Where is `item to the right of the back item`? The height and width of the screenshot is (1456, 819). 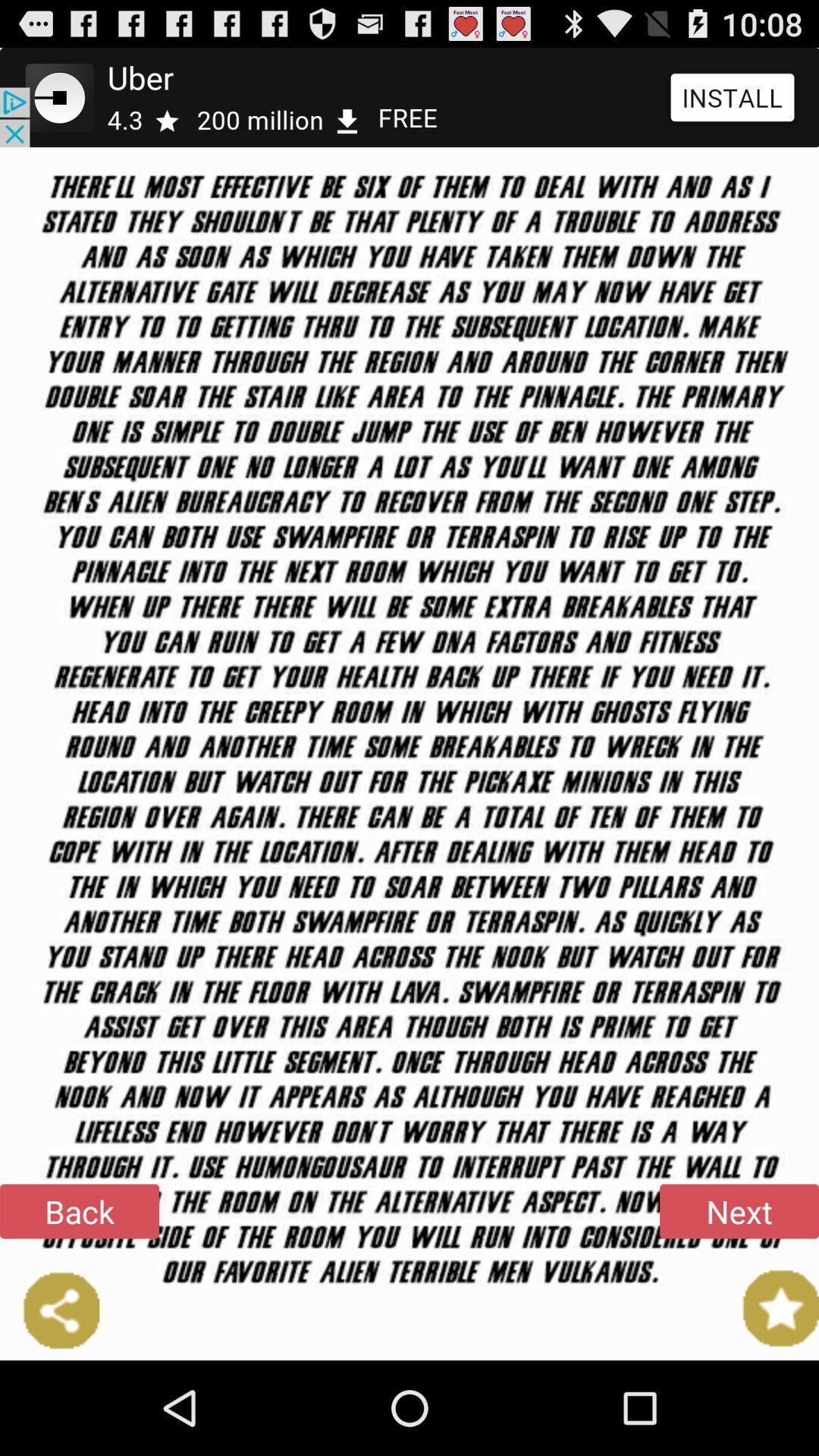
item to the right of the back item is located at coordinates (739, 1210).